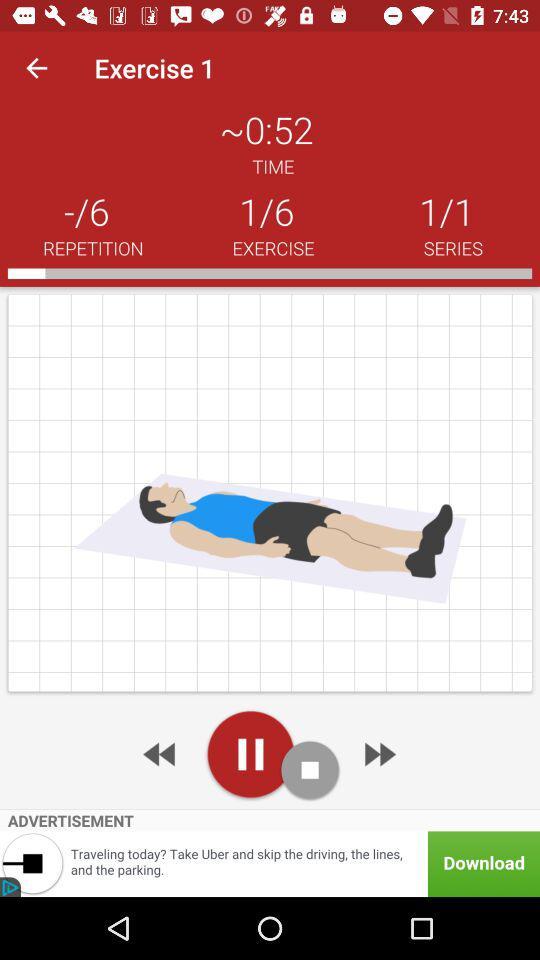 The height and width of the screenshot is (960, 540). I want to click on pause/play the file, so click(250, 753).